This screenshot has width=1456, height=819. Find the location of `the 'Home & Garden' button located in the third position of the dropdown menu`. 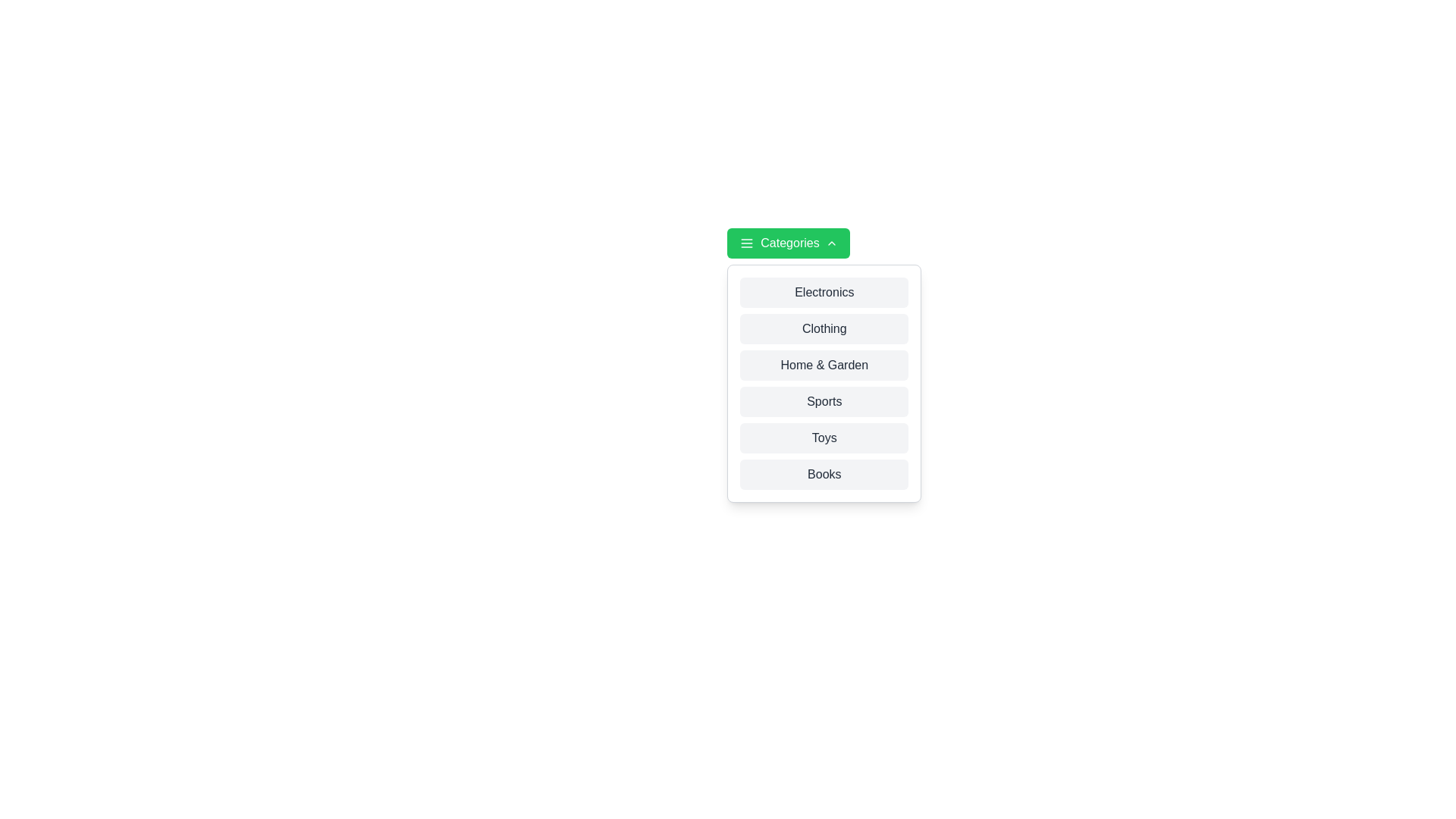

the 'Home & Garden' button located in the third position of the dropdown menu is located at coordinates (824, 366).